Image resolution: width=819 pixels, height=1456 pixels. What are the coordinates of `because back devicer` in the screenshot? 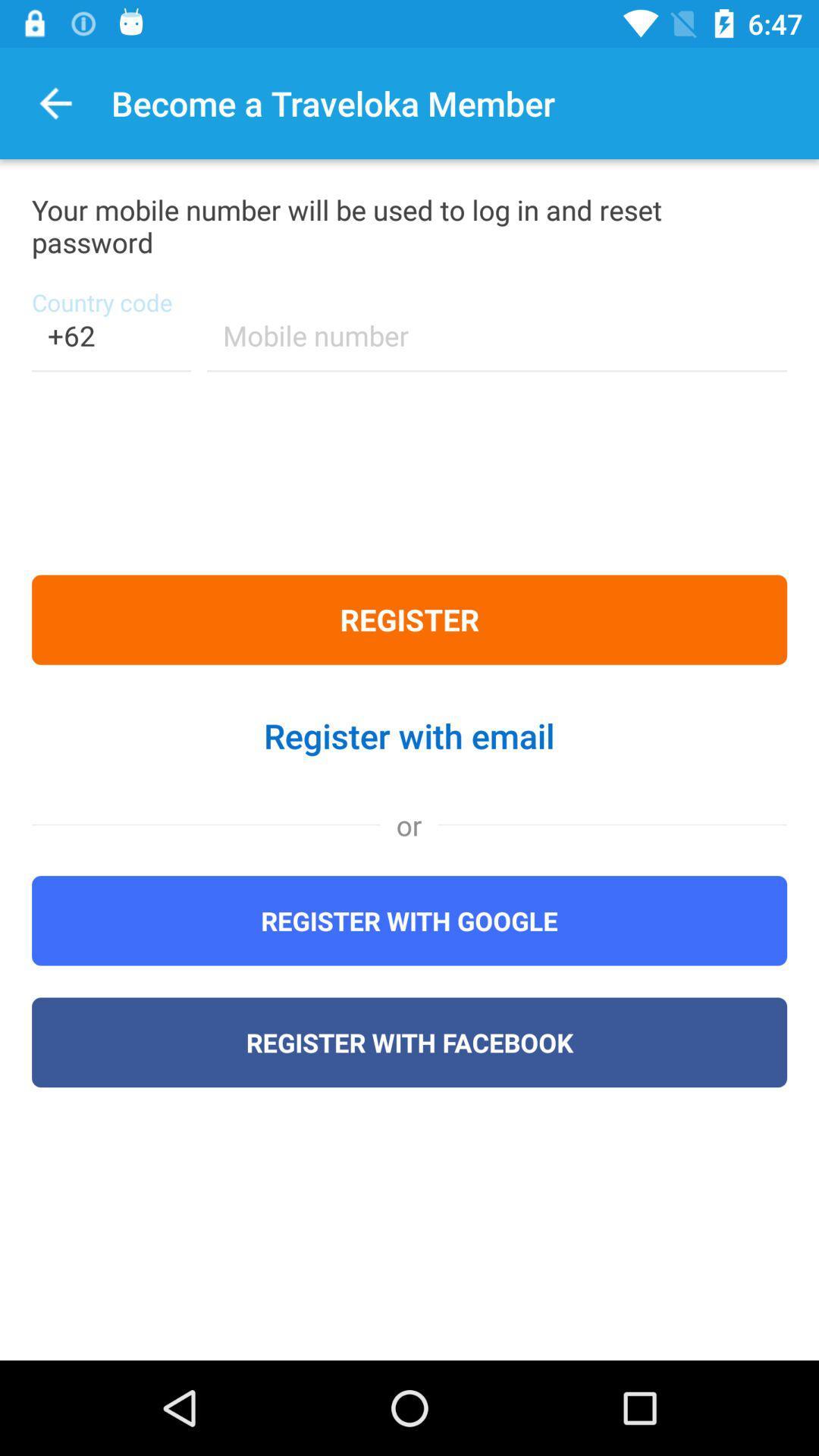 It's located at (497, 344).